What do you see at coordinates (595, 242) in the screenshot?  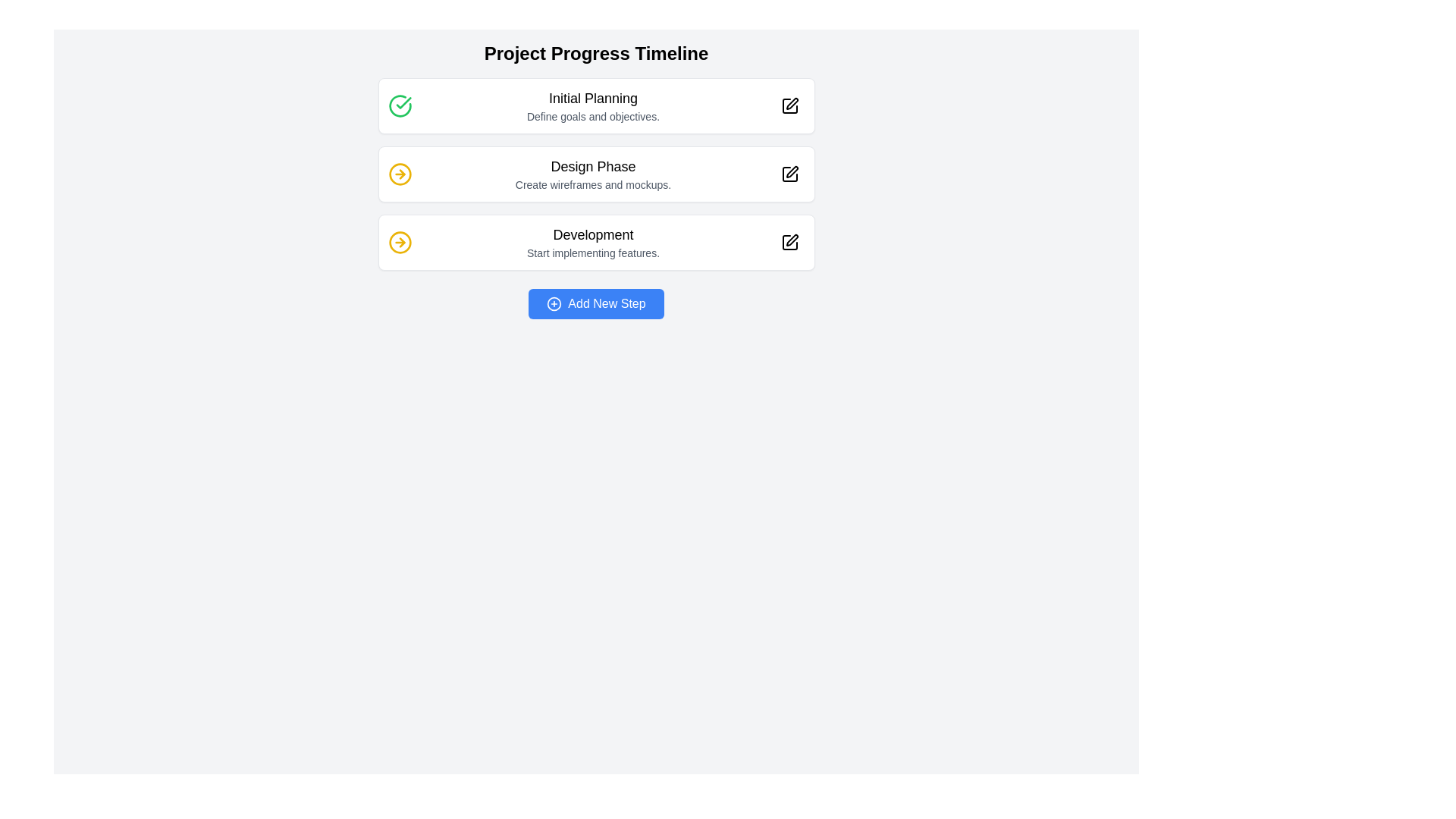 I see `the third List item card in the 'Project Progress Timeline' section, which displays 'Development' and 'Start implementing features.'` at bounding box center [595, 242].